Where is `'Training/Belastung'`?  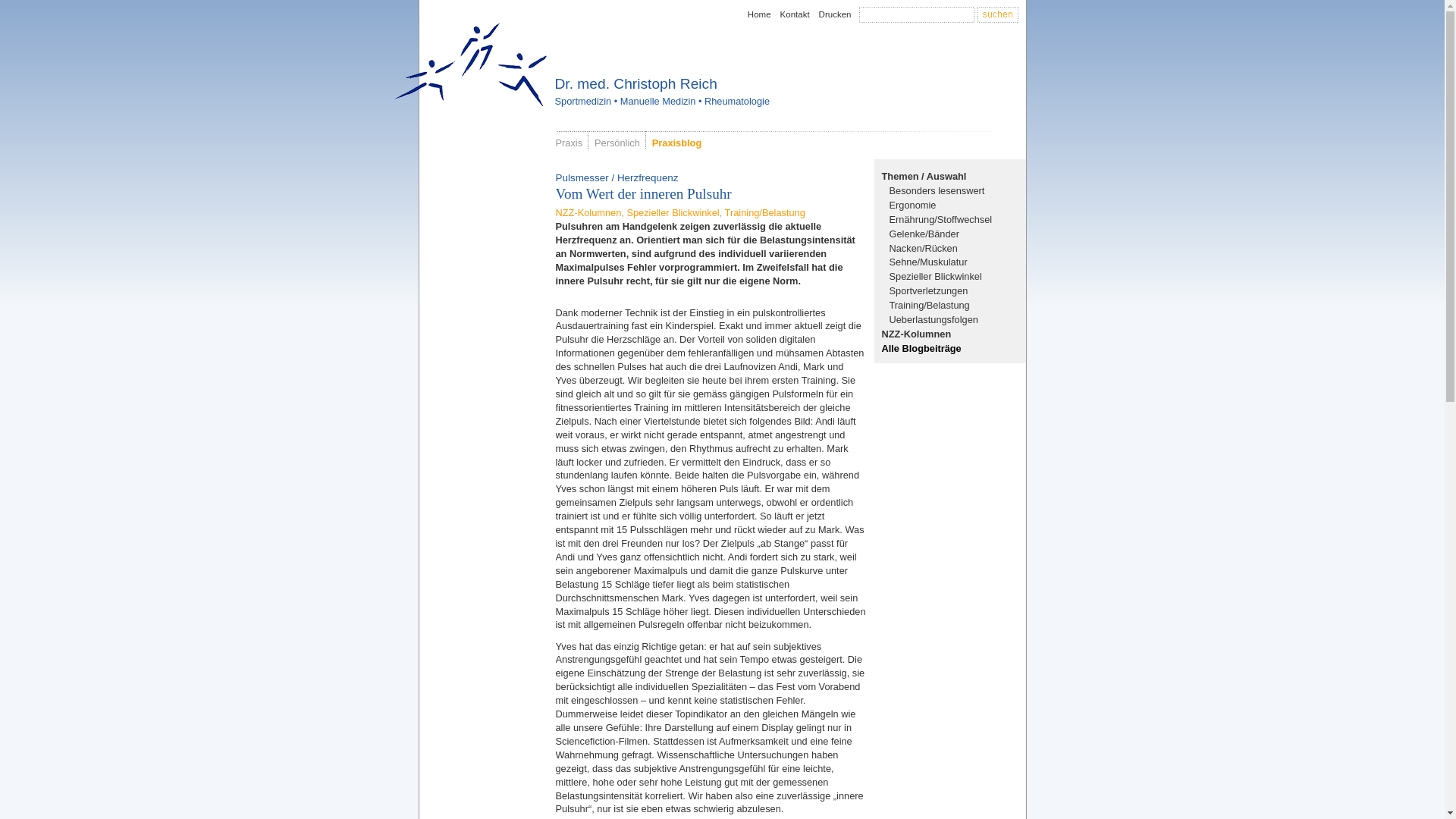
'Training/Belastung' is located at coordinates (723, 212).